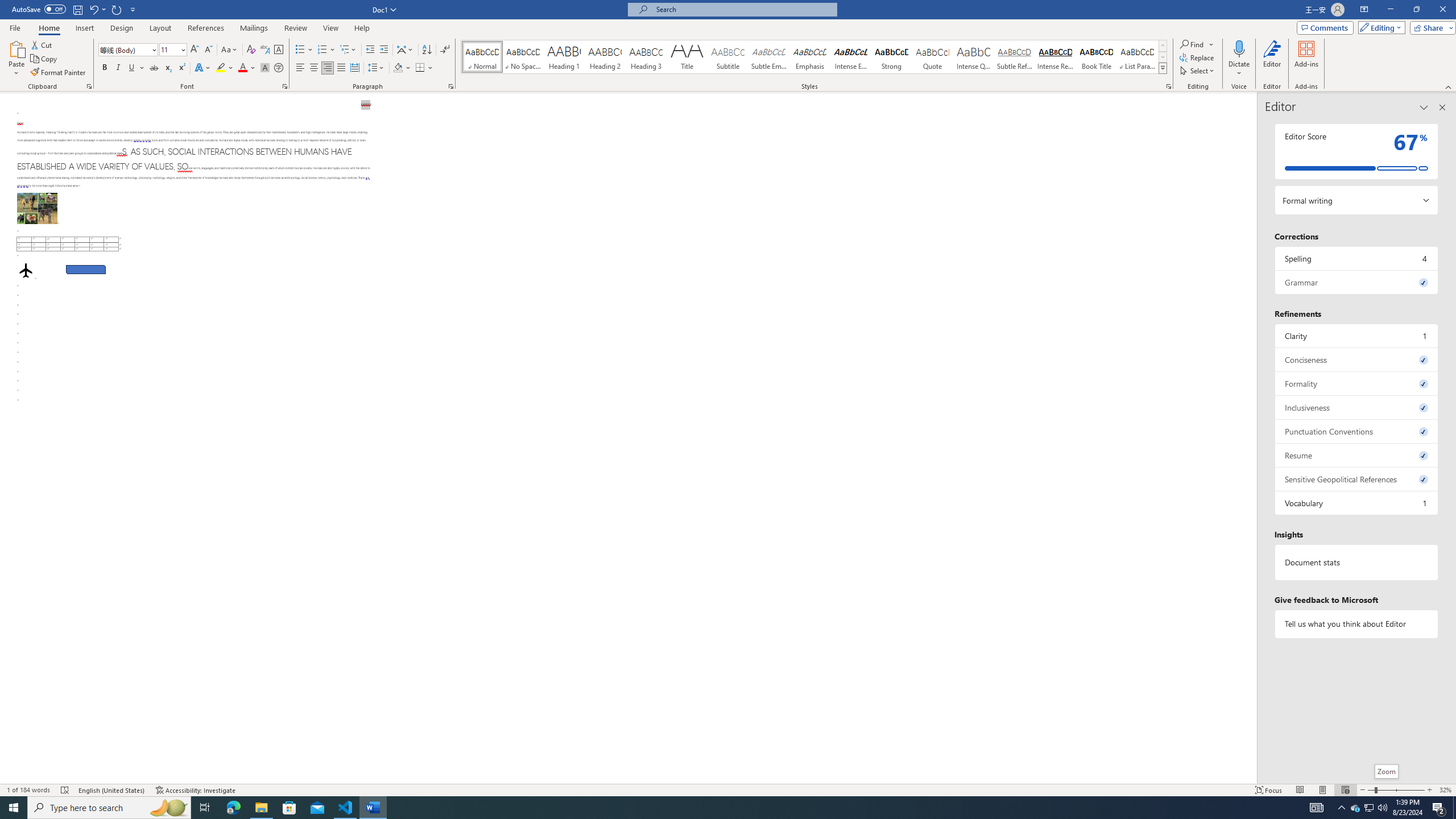 This screenshot has width=1456, height=819. What do you see at coordinates (892, 56) in the screenshot?
I see `'Strong'` at bounding box center [892, 56].